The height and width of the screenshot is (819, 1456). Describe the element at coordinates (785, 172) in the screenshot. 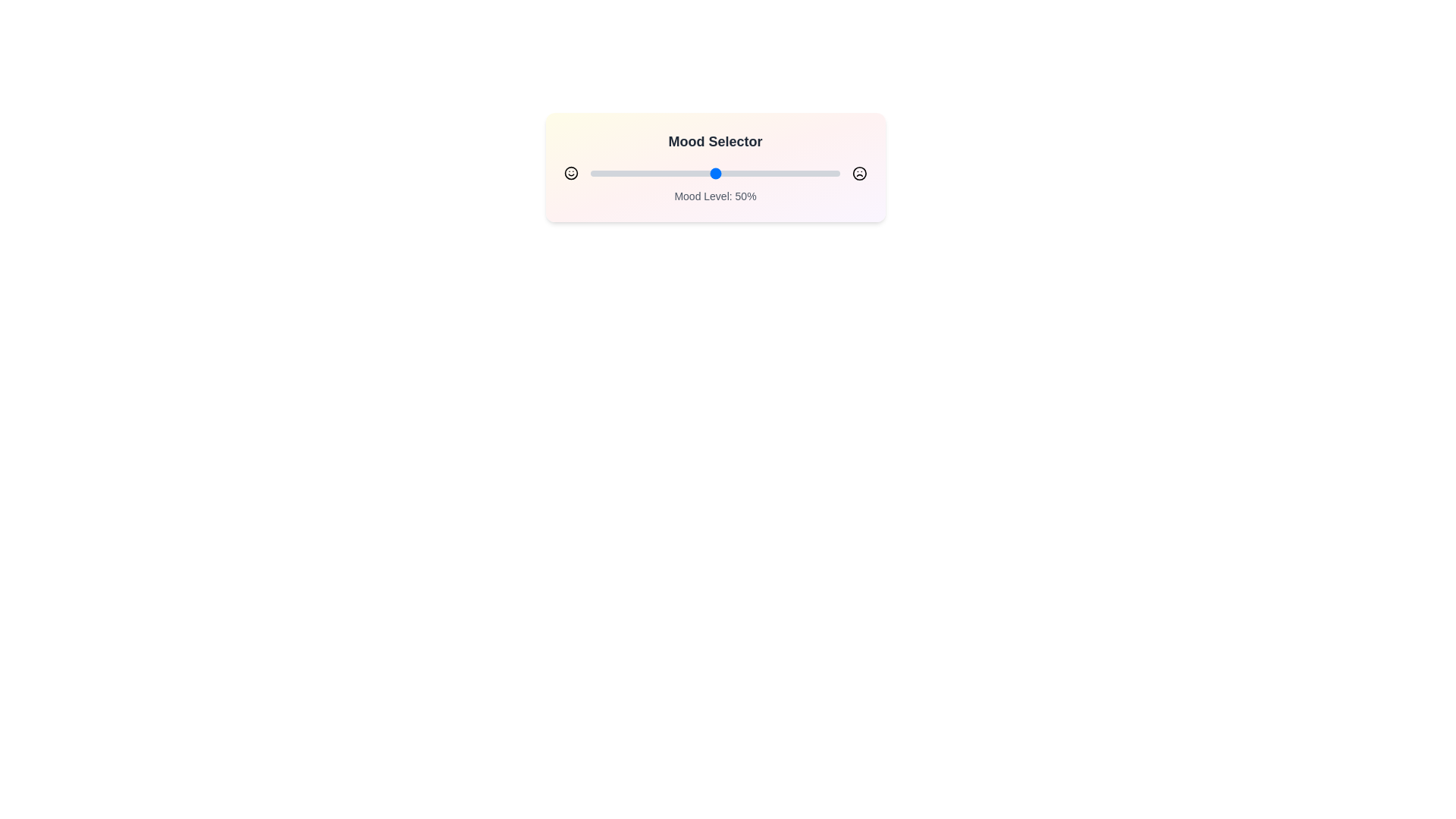

I see `the mood slider to set the mood level to 78` at that location.